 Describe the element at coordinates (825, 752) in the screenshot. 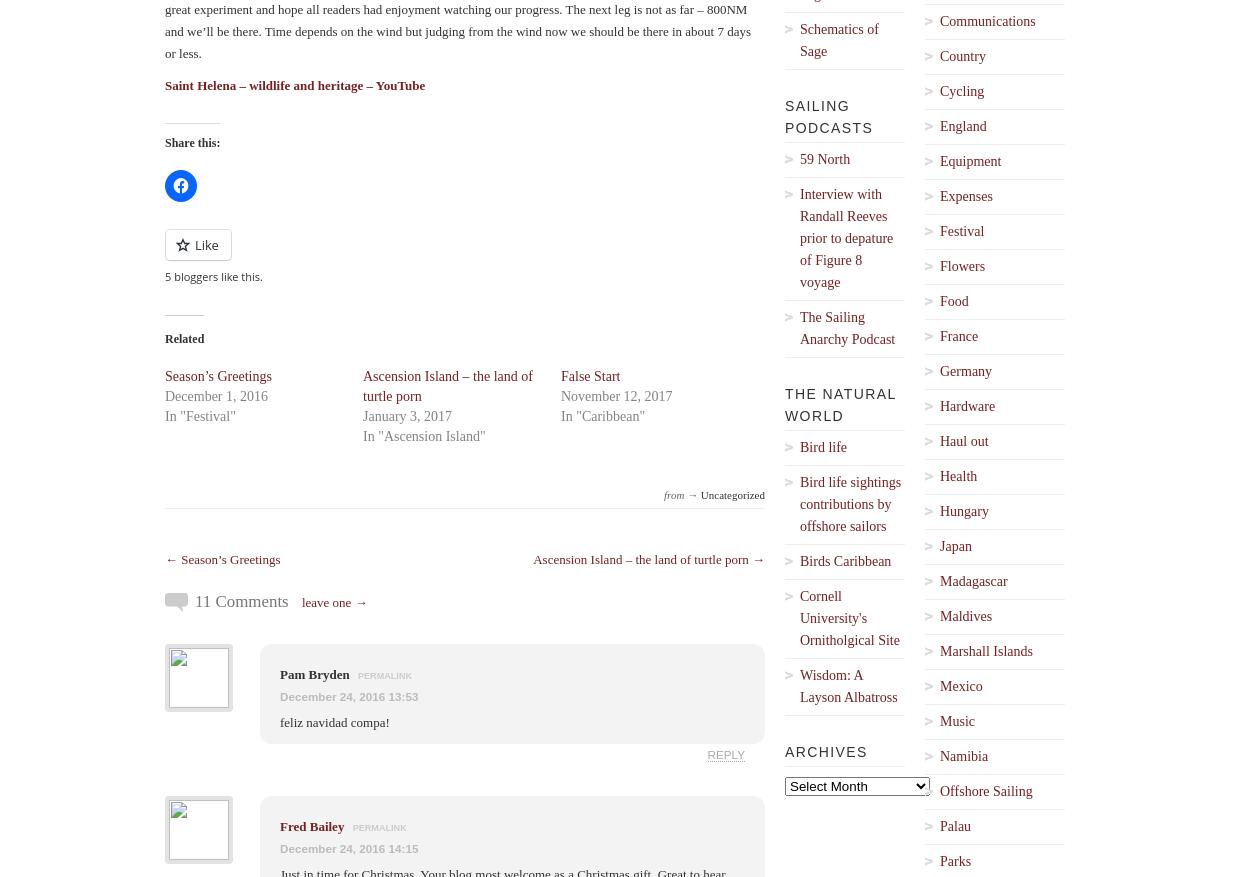

I see `'Archives'` at that location.